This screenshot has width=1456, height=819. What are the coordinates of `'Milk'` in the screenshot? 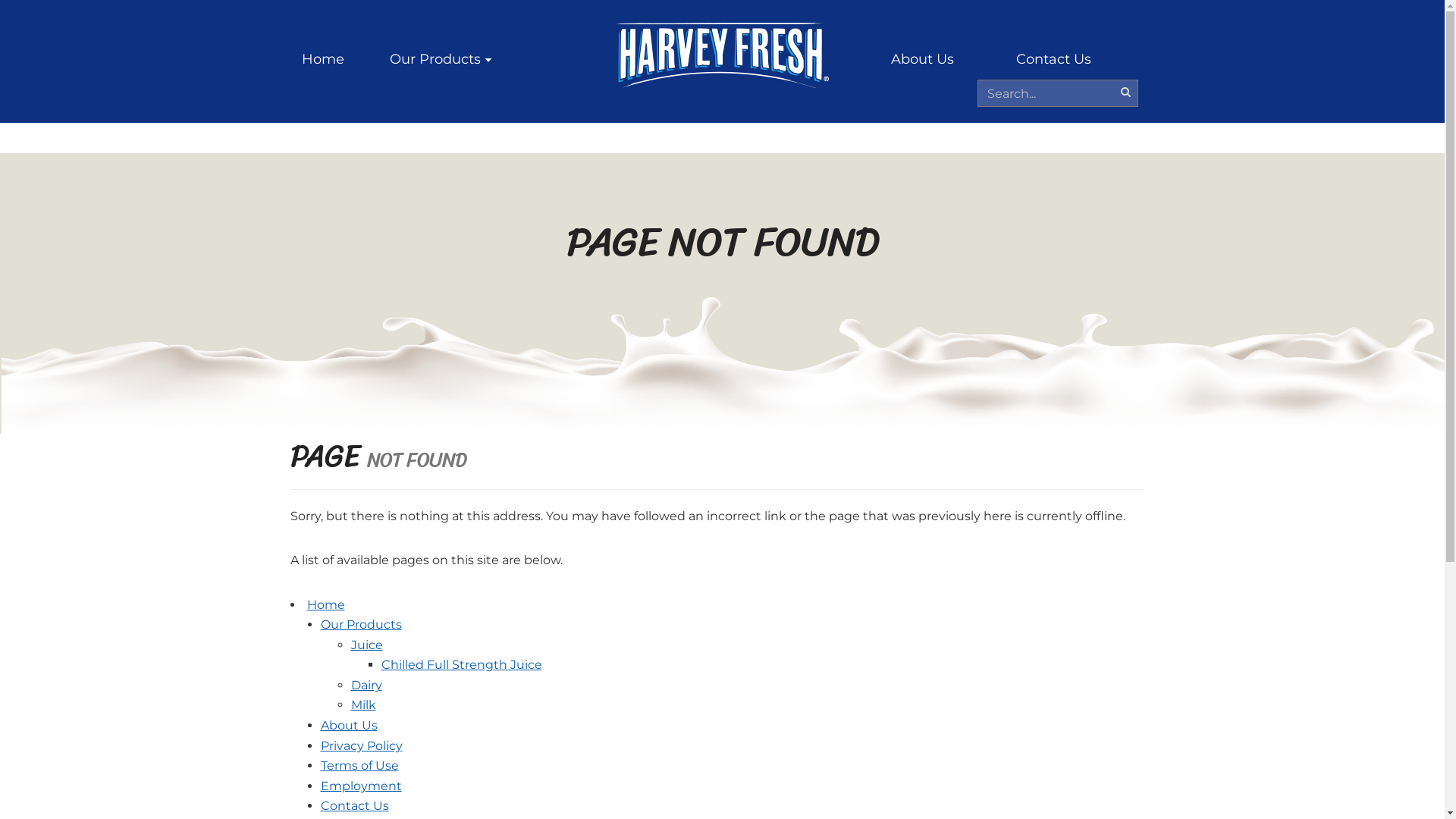 It's located at (362, 704).